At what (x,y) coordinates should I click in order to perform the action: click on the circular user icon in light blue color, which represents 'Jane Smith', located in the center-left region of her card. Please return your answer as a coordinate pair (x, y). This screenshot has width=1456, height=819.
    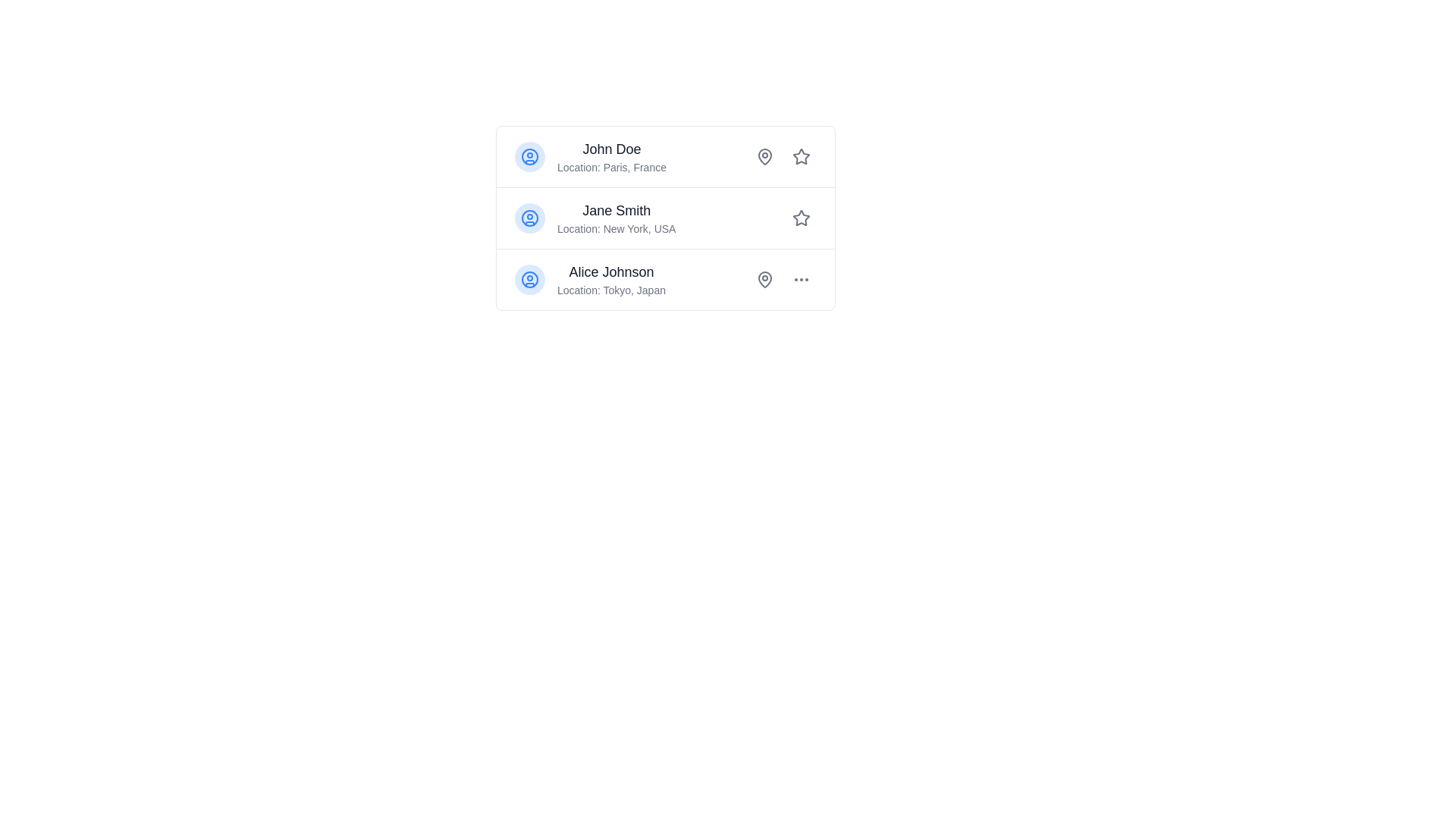
    Looking at the image, I should click on (530, 218).